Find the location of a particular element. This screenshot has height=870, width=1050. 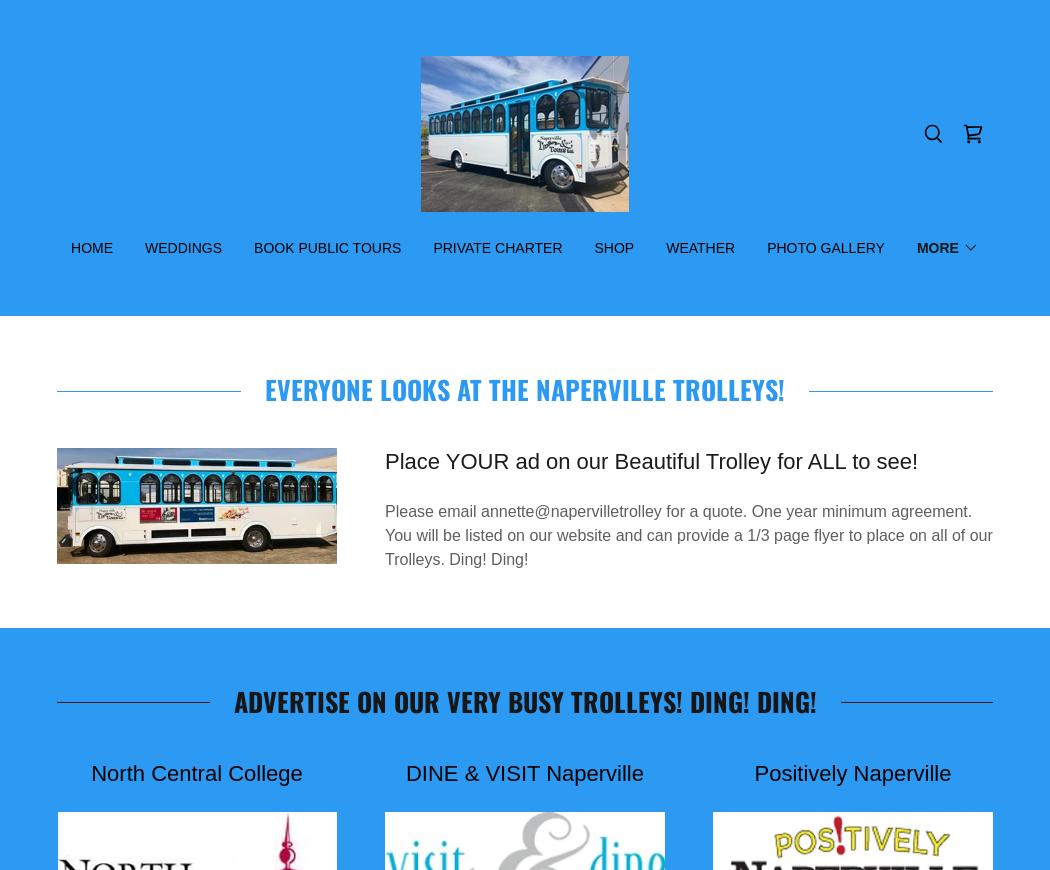

'Shop' is located at coordinates (614, 248).